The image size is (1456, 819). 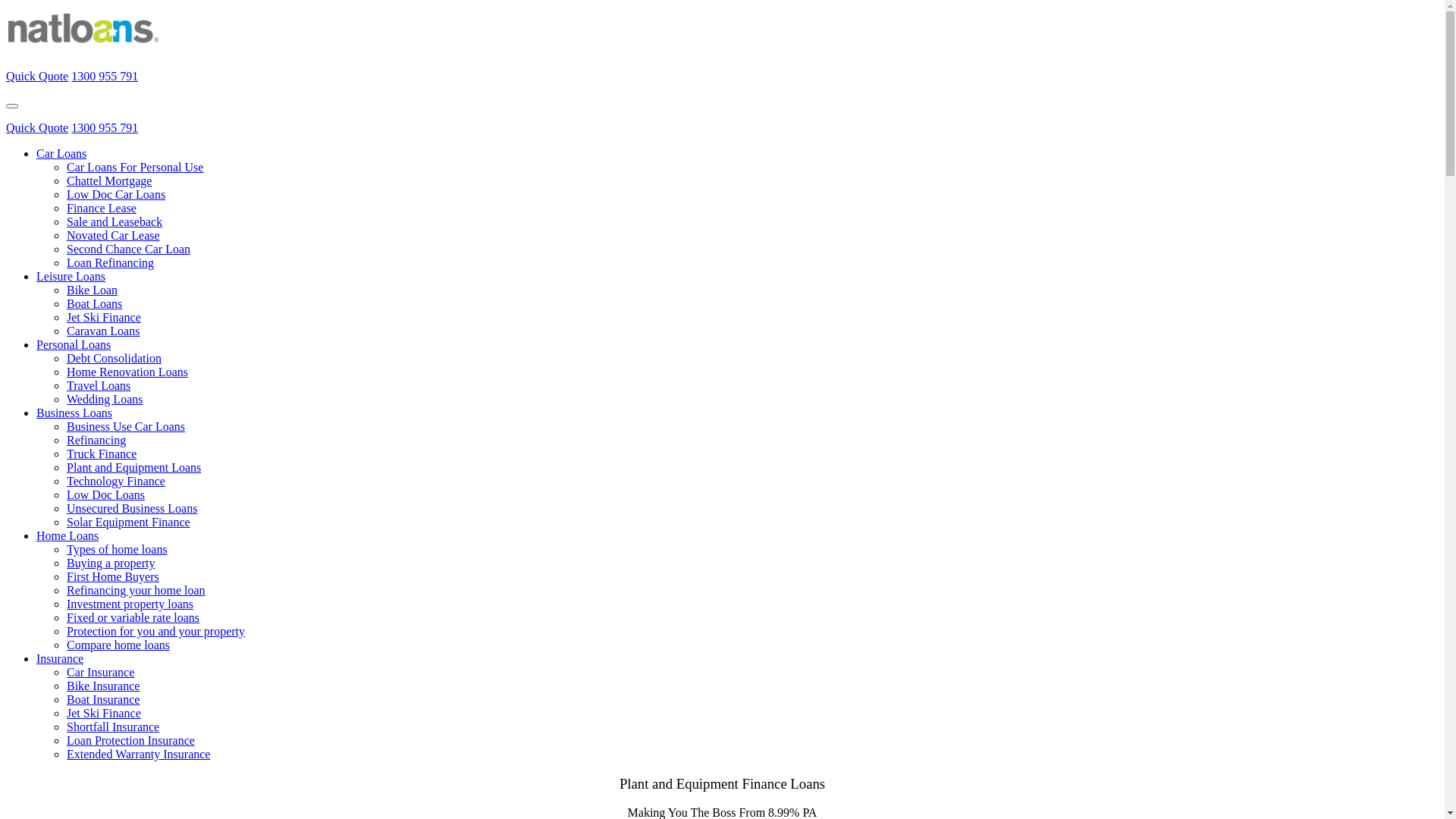 What do you see at coordinates (102, 699) in the screenshot?
I see `'Boat Insurance'` at bounding box center [102, 699].